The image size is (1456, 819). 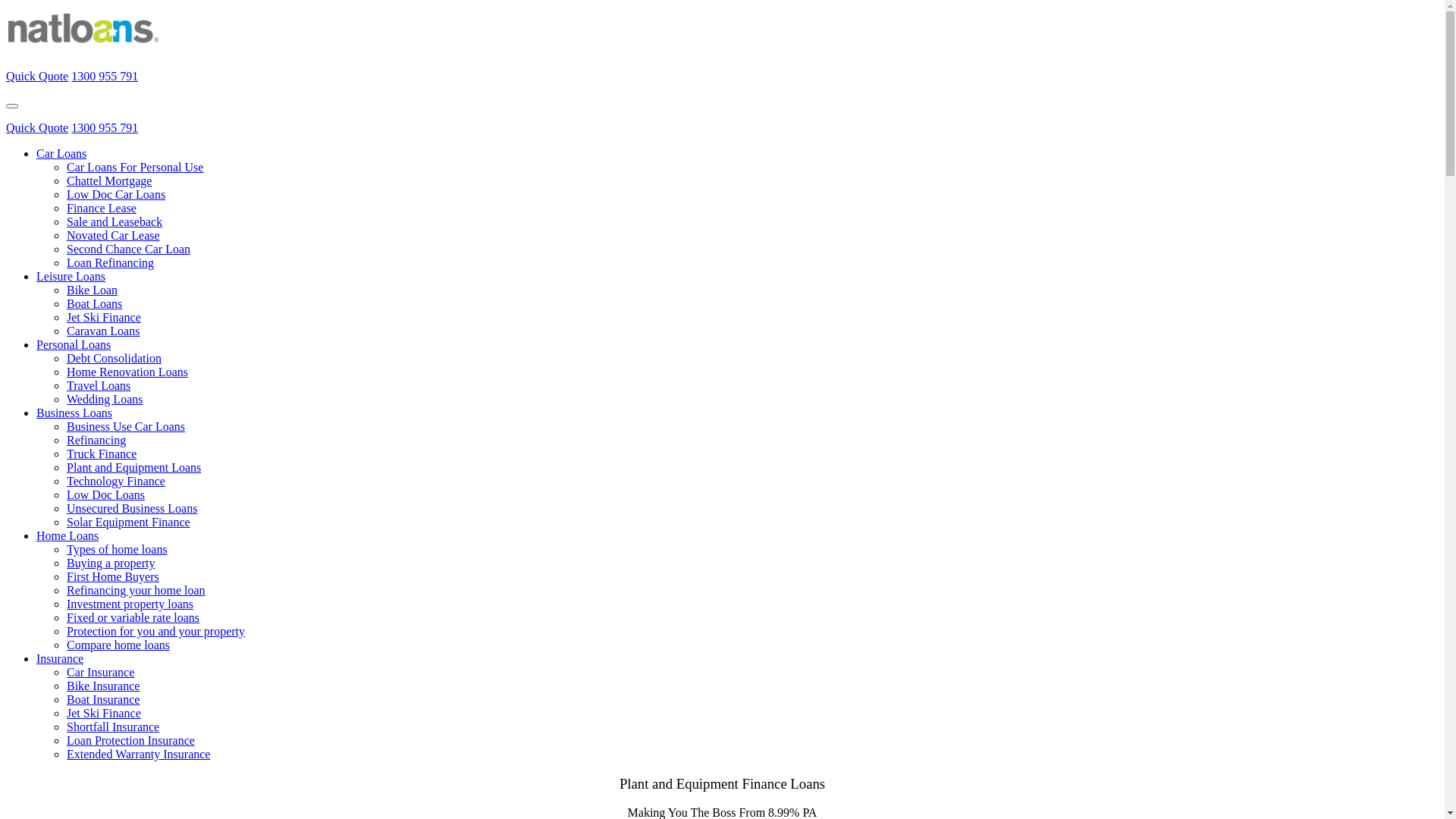 What do you see at coordinates (102, 699) in the screenshot?
I see `'Boat Insurance'` at bounding box center [102, 699].